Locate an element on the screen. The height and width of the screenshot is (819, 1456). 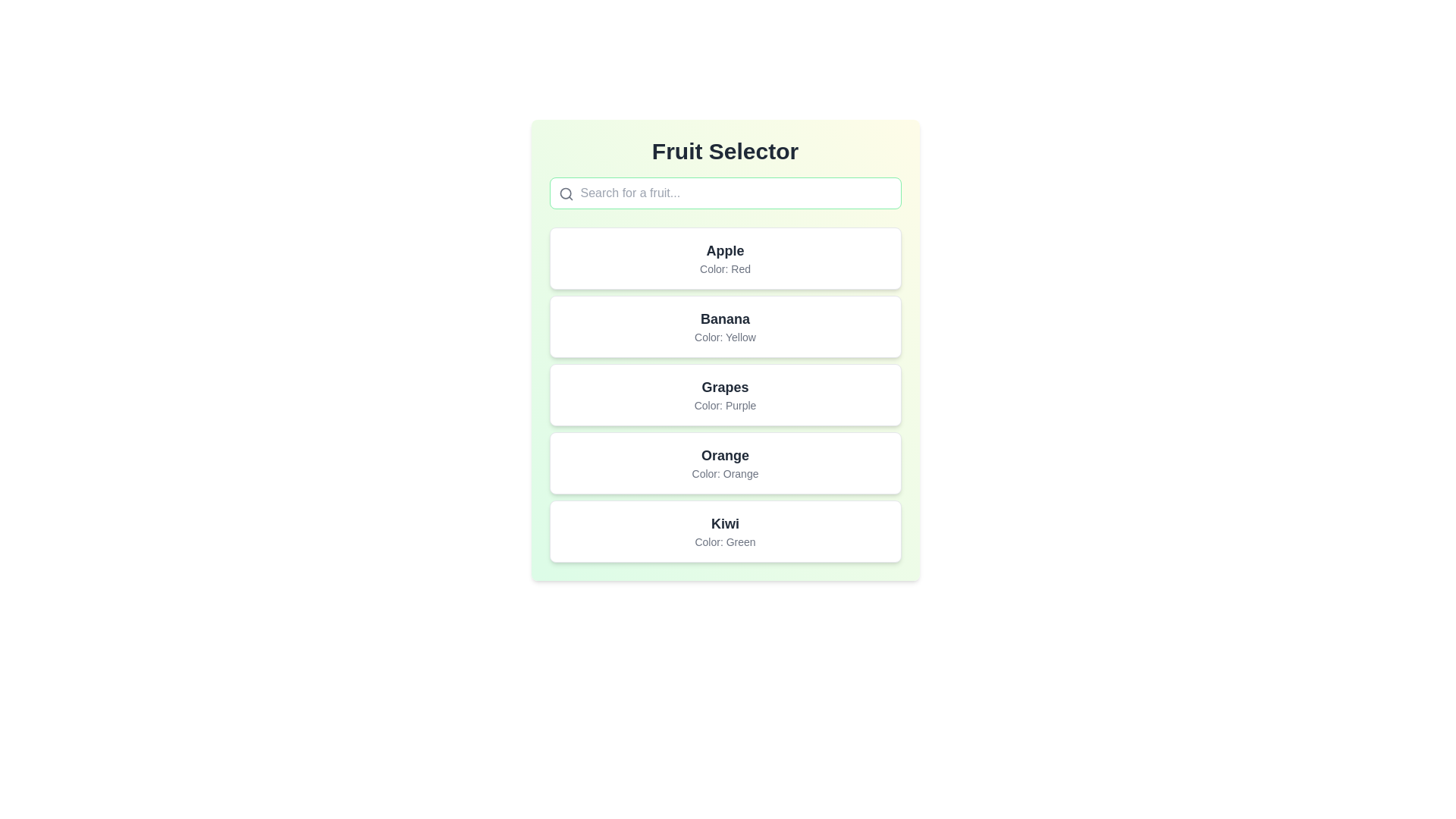
and interpret the content of the text label 'Color: Red' which is styled in a smaller gray font and located directly below the title 'Apple' in the fruit description list is located at coordinates (724, 268).